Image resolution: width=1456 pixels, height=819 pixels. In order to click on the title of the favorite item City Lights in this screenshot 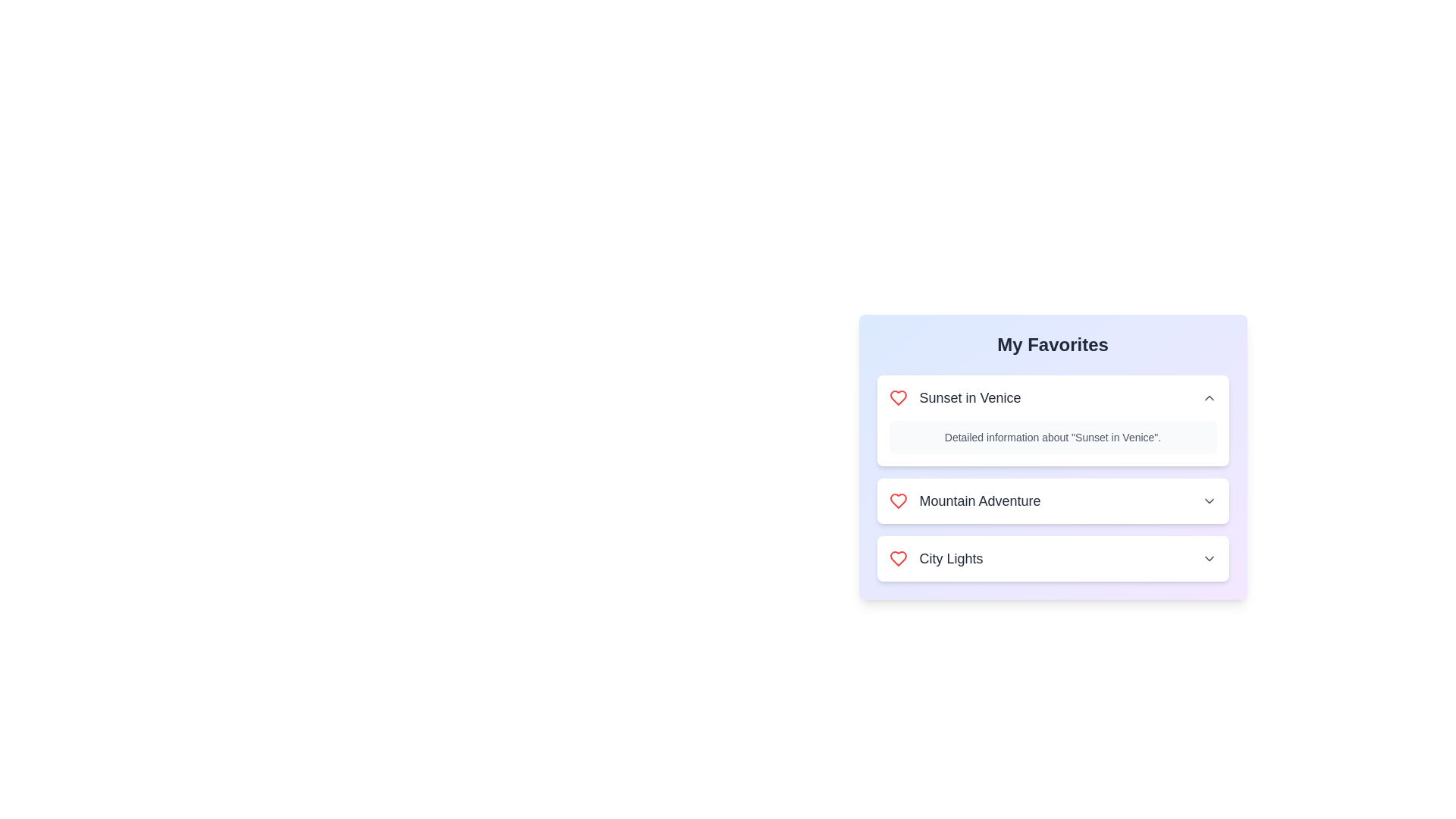, I will do `click(935, 558)`.